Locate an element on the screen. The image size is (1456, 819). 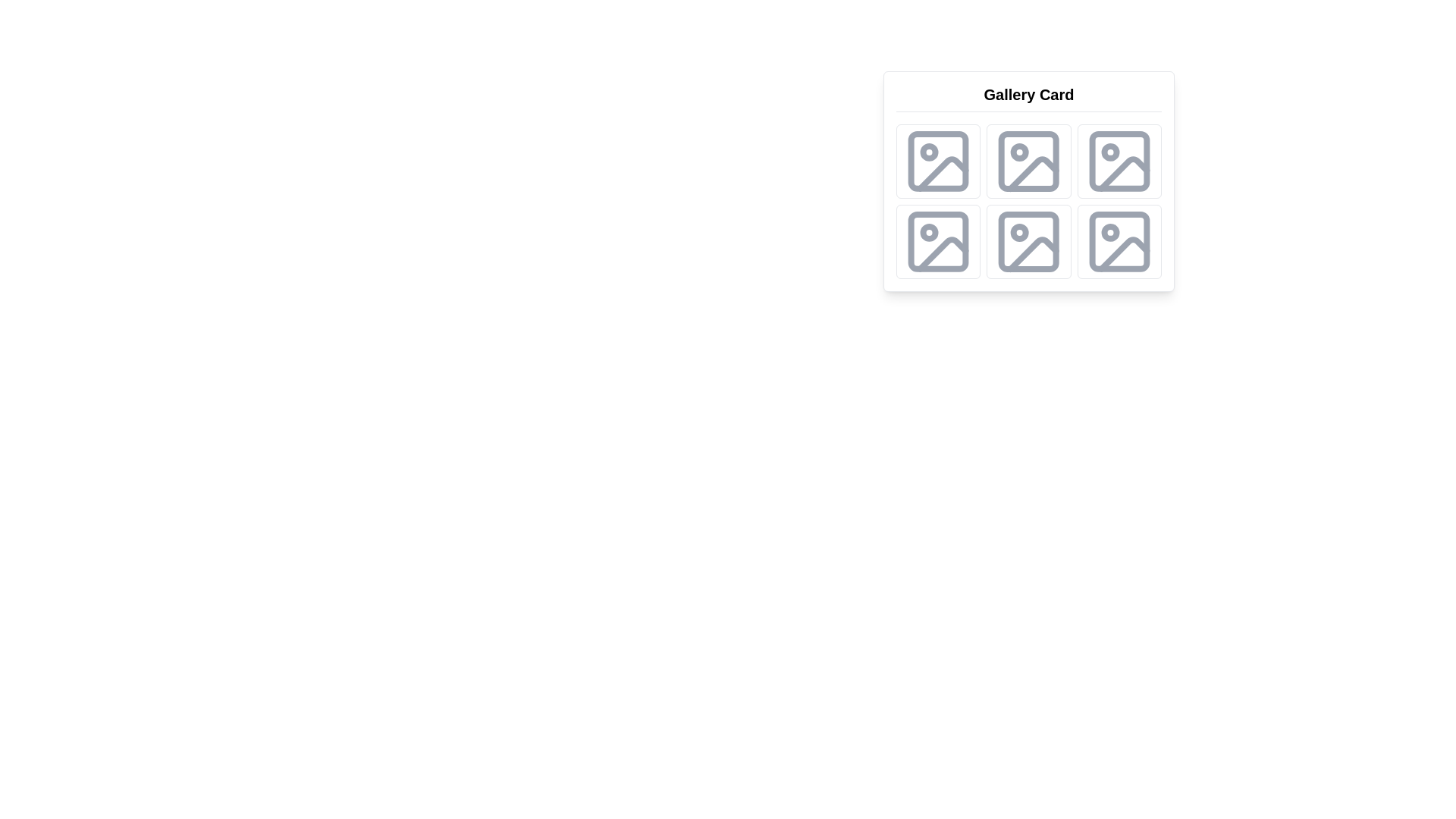
the black text label reading 'Gallery Card' at the top of the card interface is located at coordinates (1029, 98).